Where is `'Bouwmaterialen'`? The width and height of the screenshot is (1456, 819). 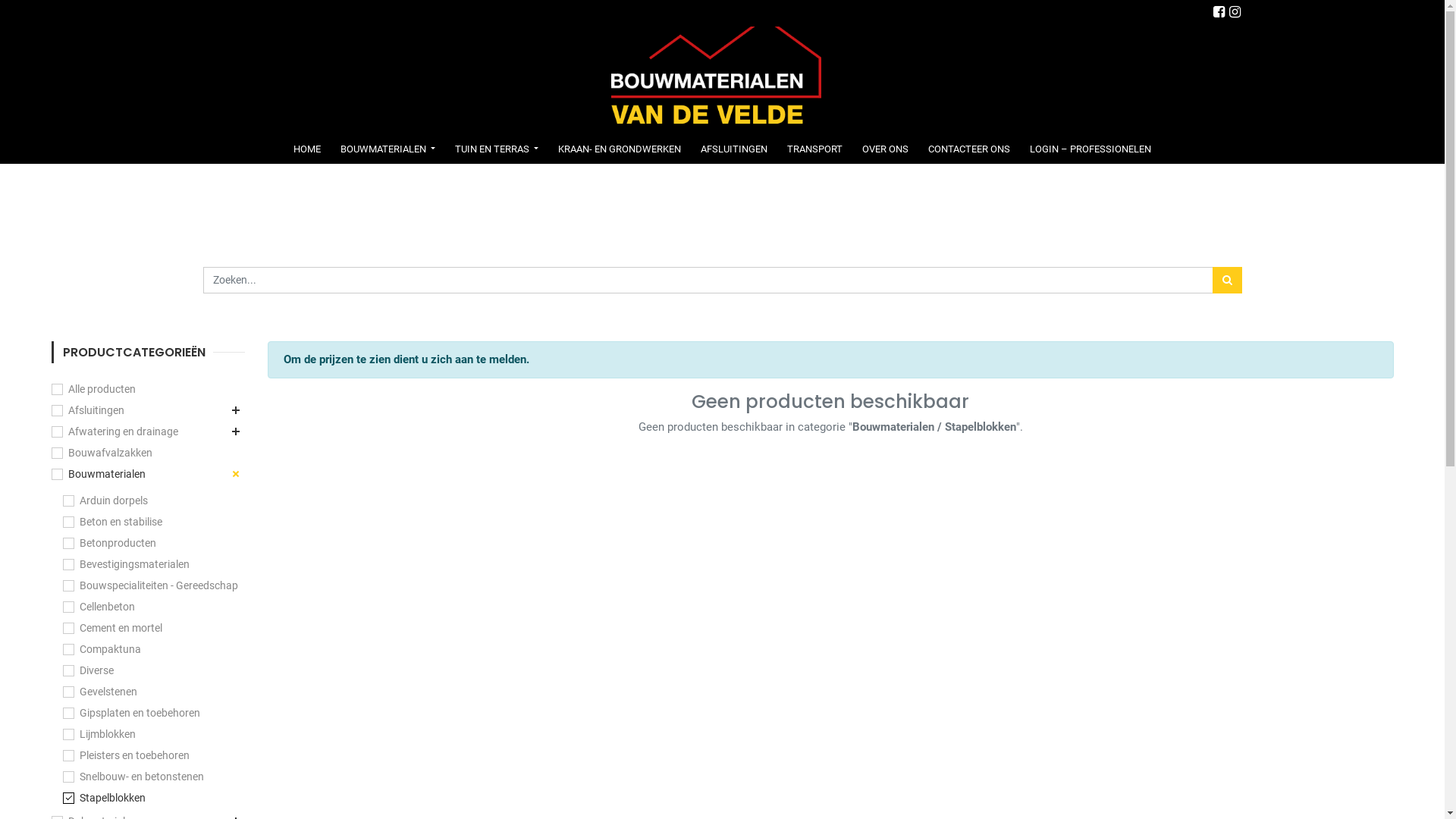 'Bouwmaterialen' is located at coordinates (97, 472).